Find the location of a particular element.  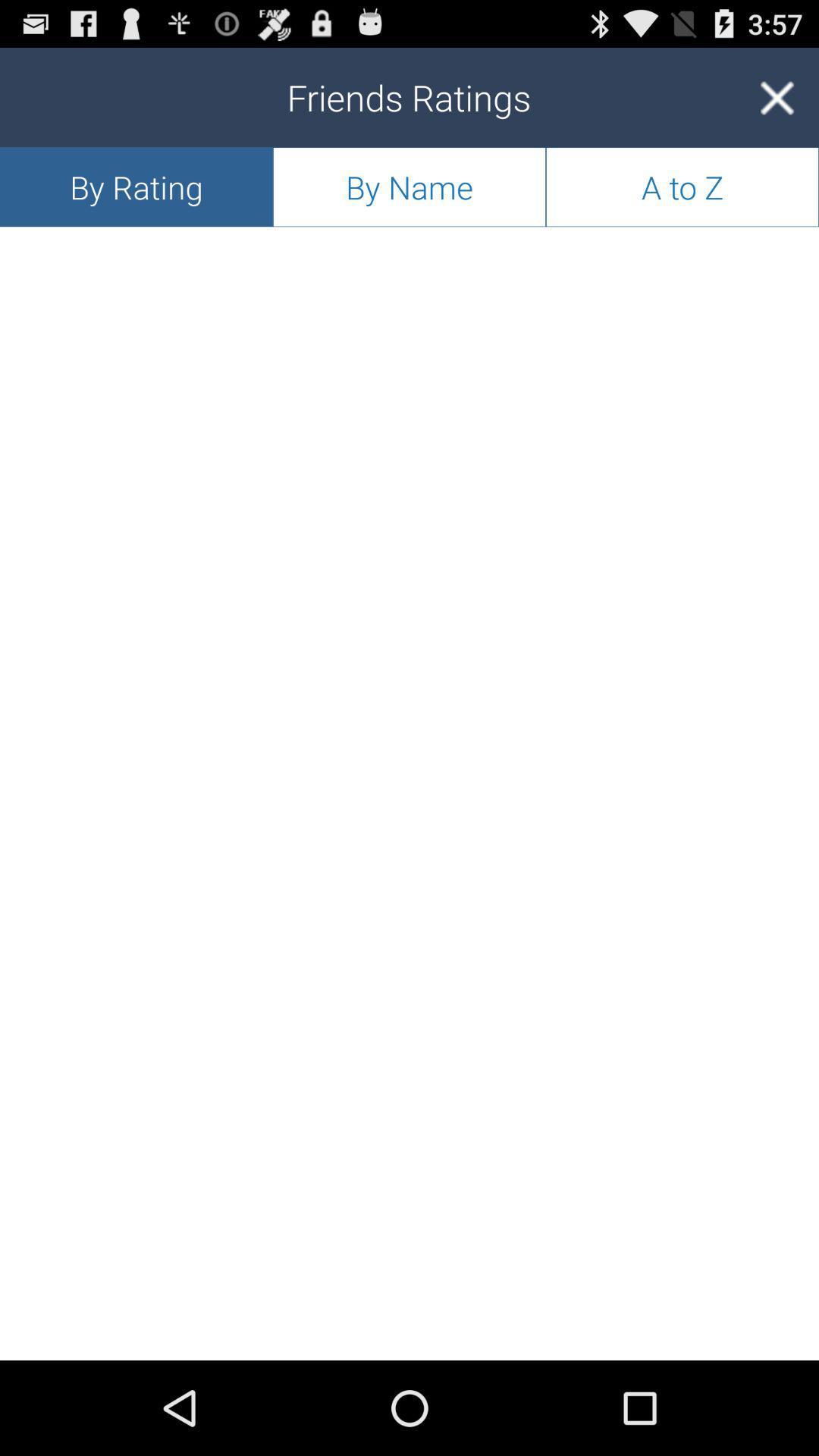

by rating app is located at coordinates (136, 186).